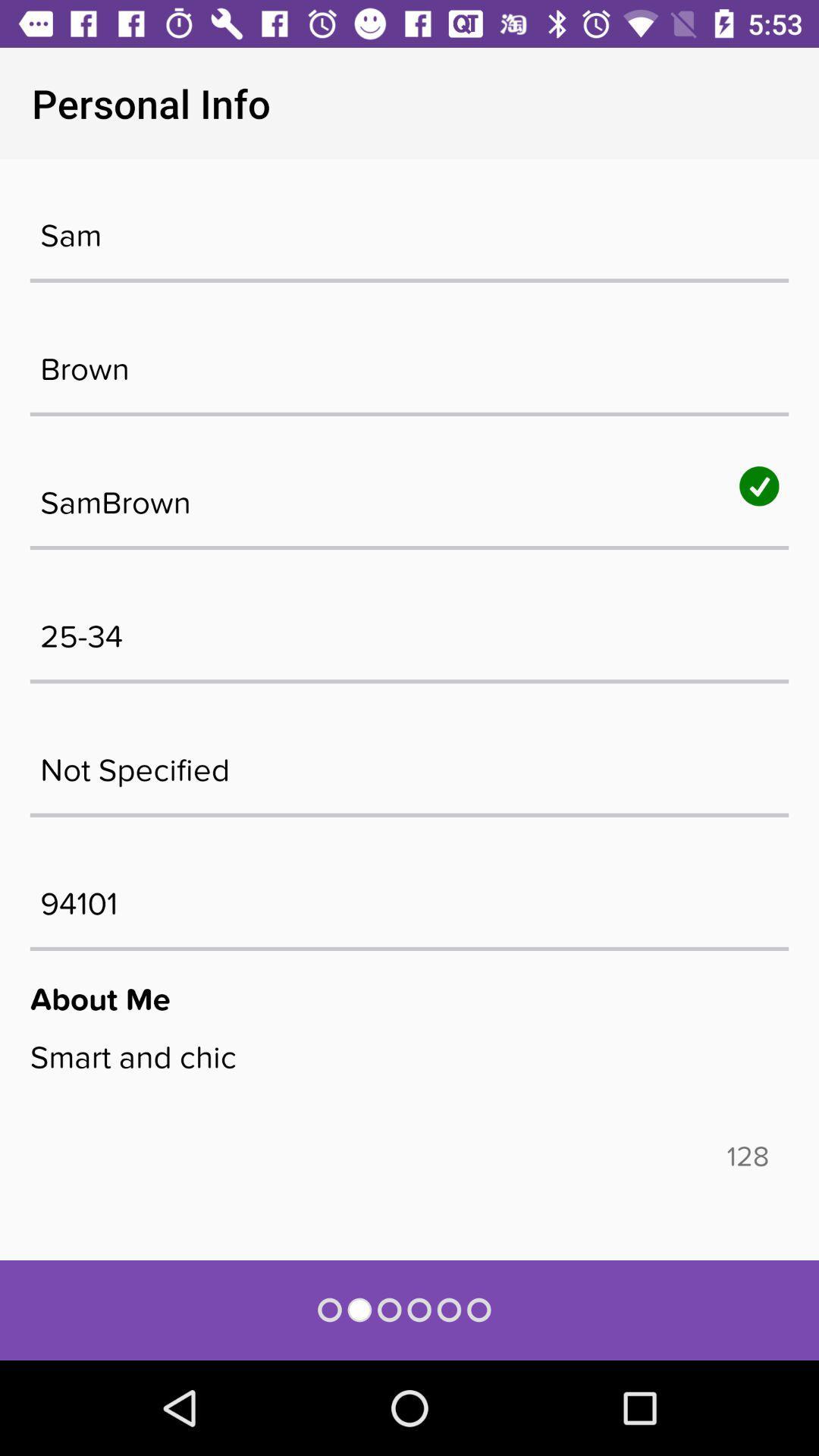 This screenshot has width=819, height=1456. I want to click on the sambrown, so click(409, 495).